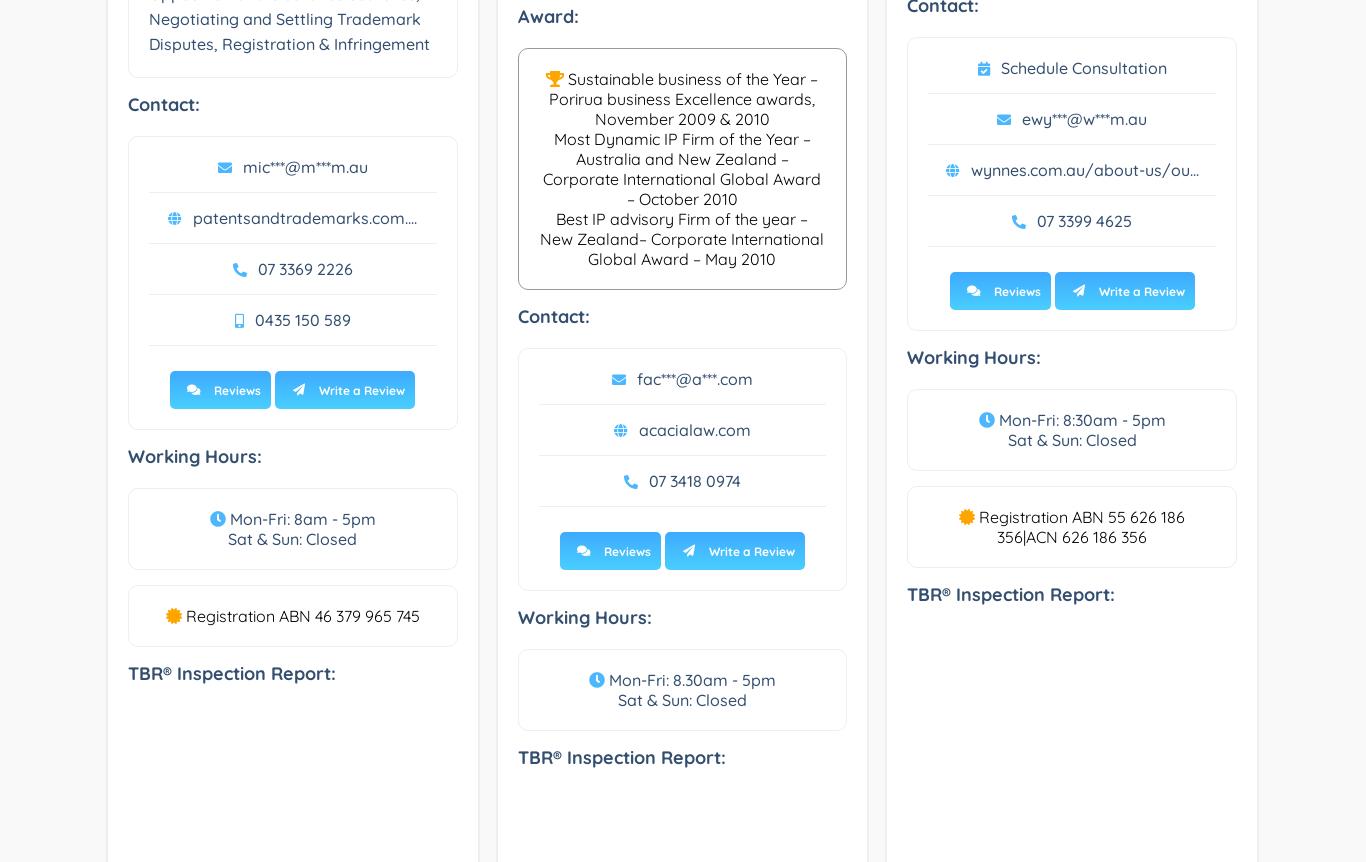 The image size is (1366, 862). What do you see at coordinates (689, 679) in the screenshot?
I see `'Mon-Fri: 8.30am - 5pm'` at bounding box center [689, 679].